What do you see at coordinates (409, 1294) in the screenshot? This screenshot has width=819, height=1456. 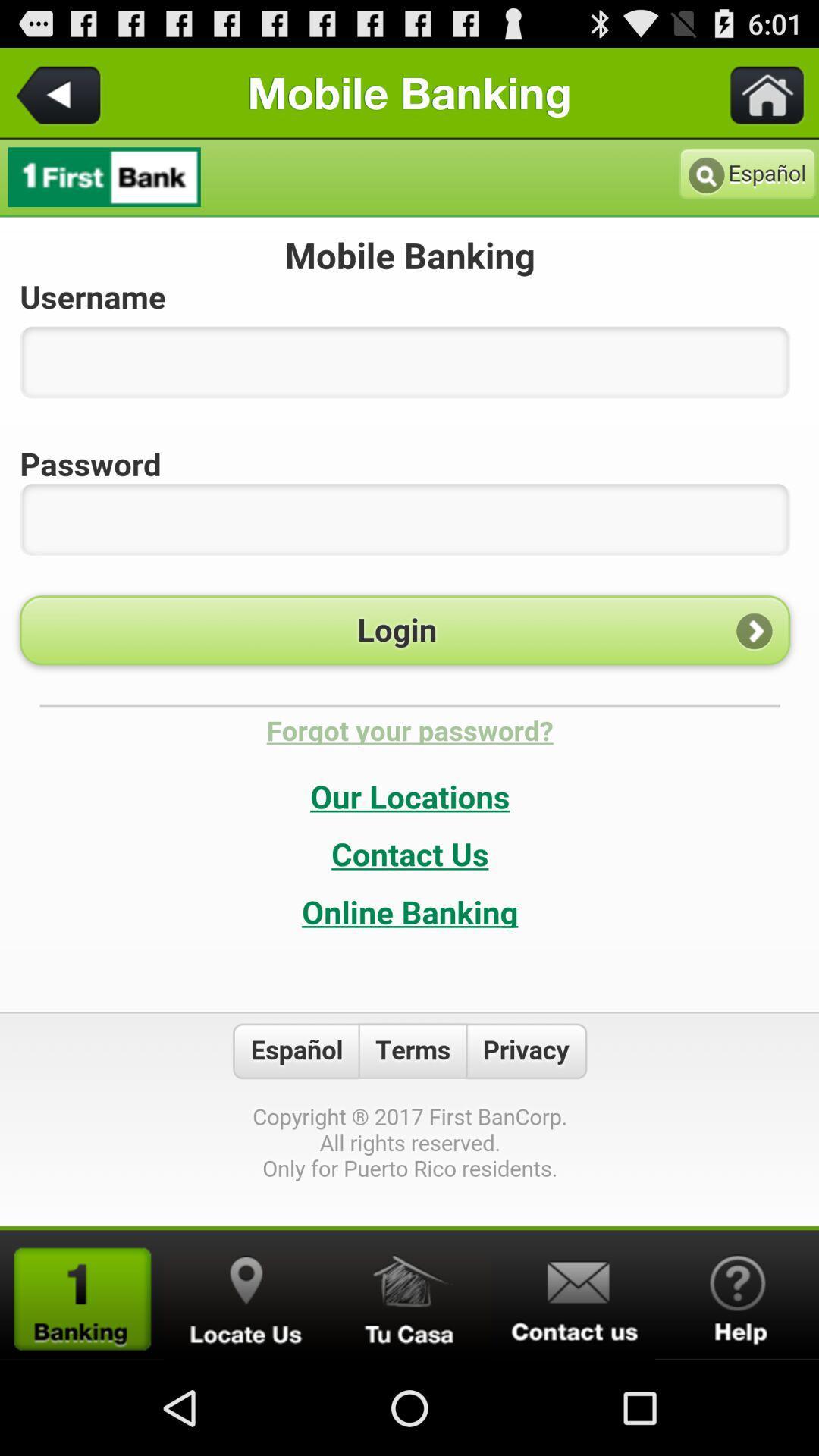 I see `item` at bounding box center [409, 1294].